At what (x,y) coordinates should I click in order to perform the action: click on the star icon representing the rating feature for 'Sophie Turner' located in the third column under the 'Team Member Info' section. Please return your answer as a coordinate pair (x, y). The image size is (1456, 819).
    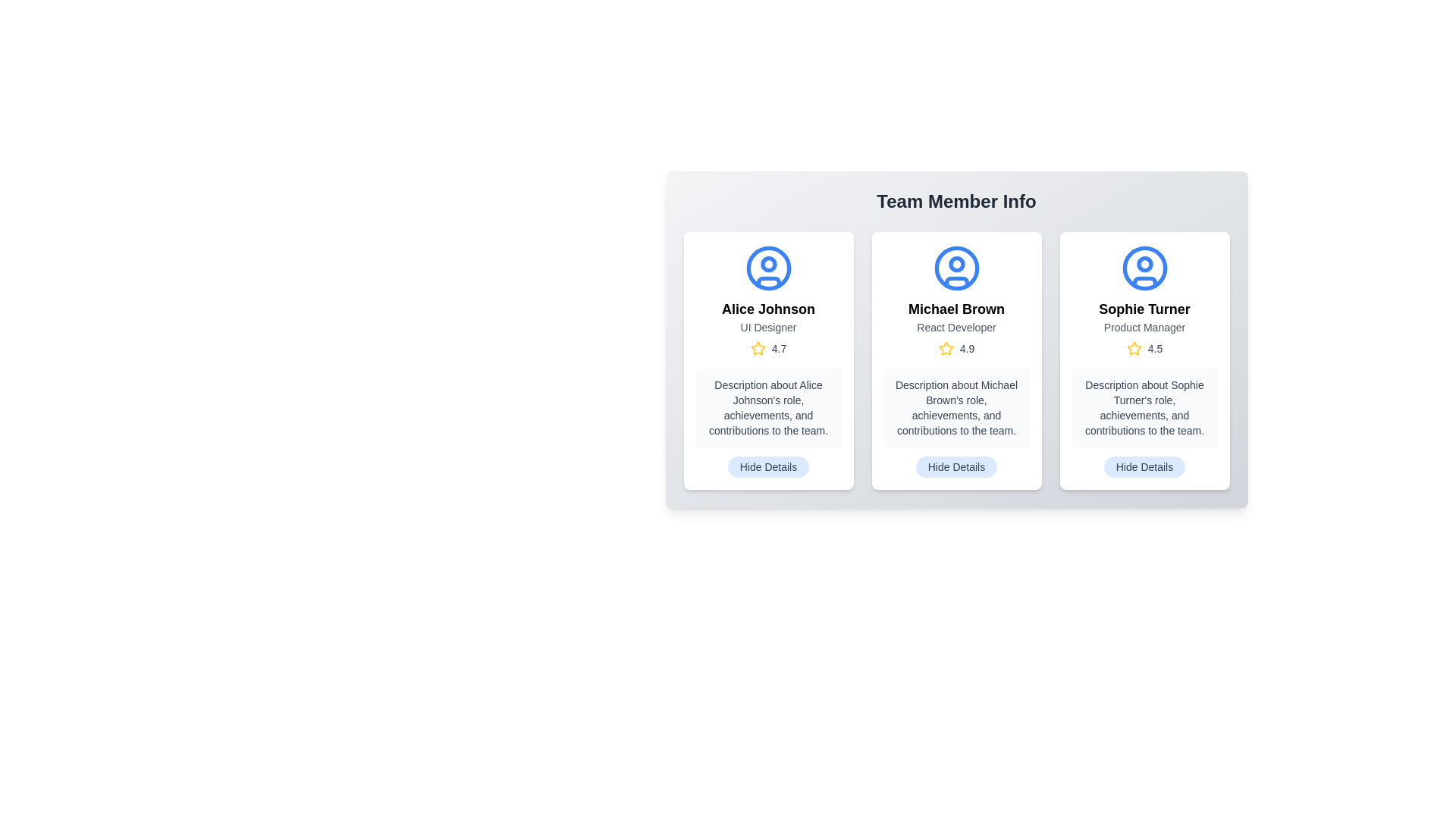
    Looking at the image, I should click on (1134, 348).